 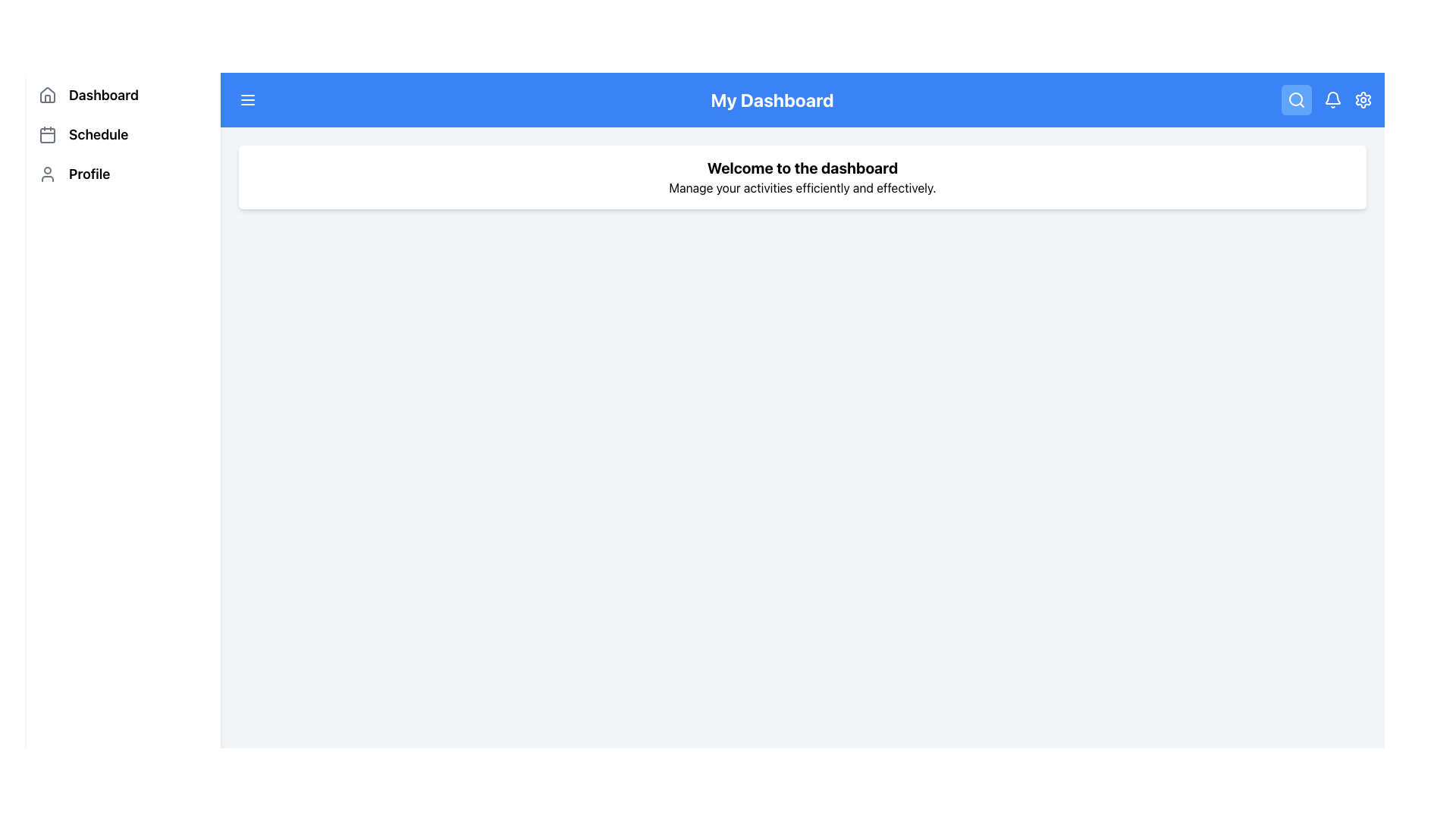 What do you see at coordinates (1326, 99) in the screenshot?
I see `the bell icon in the top-right corner of 'My Dashboard'` at bounding box center [1326, 99].